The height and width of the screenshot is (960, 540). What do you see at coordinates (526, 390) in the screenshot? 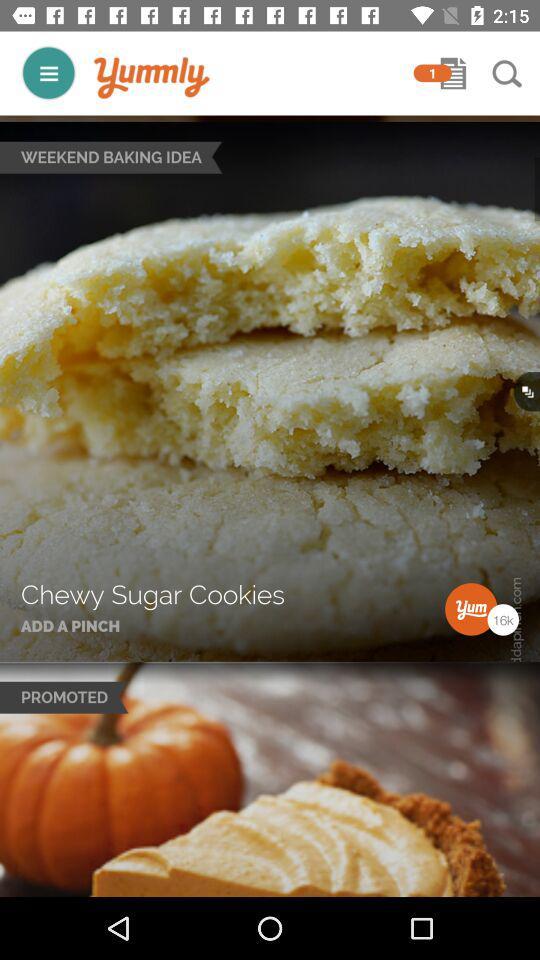
I see `the button in the middle of the page` at bounding box center [526, 390].